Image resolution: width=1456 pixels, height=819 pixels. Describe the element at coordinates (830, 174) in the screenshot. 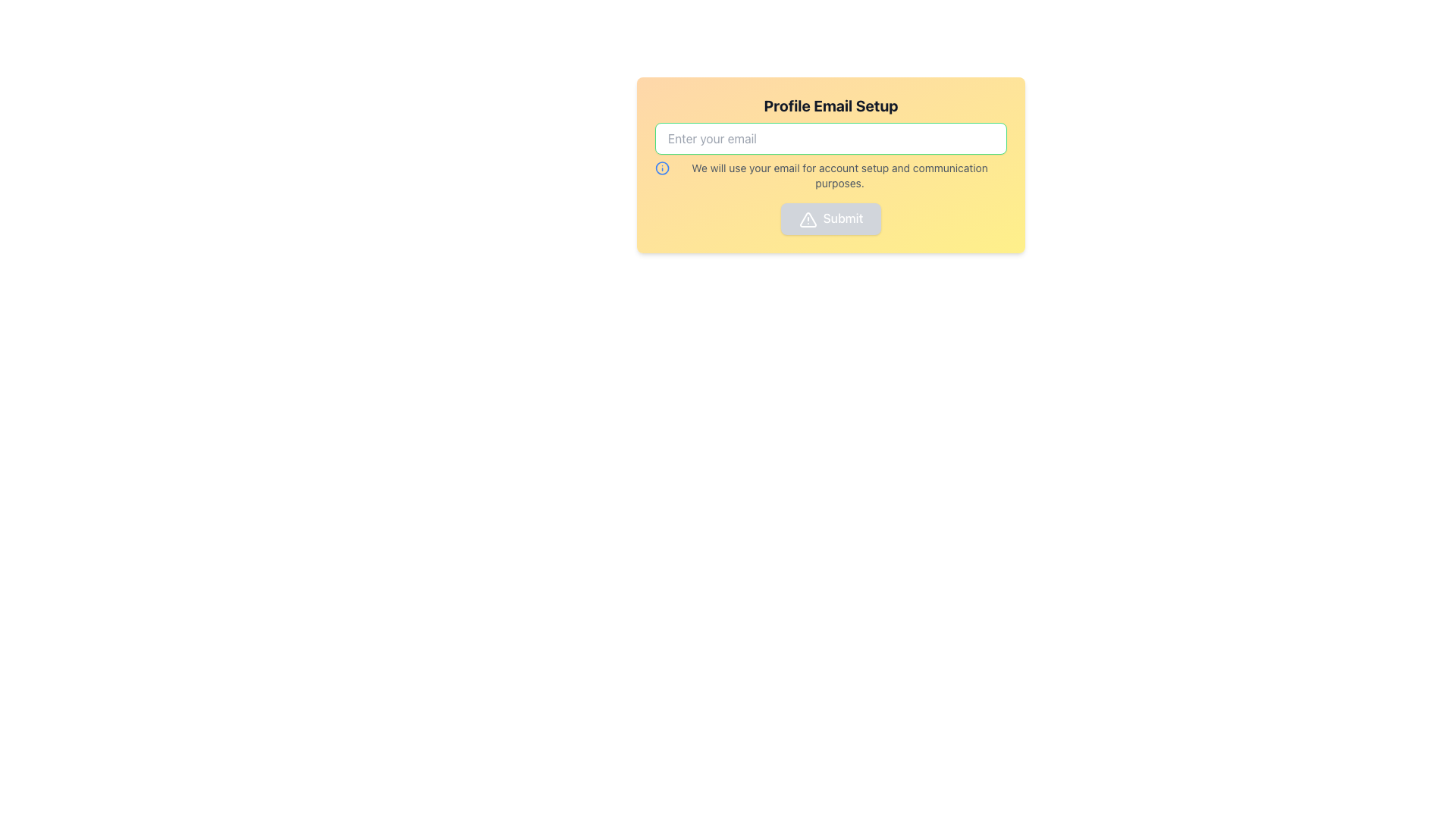

I see `text contents of the Text Block with Icon located directly below the 'Enter your email' input field and above the 'Submit' button` at that location.